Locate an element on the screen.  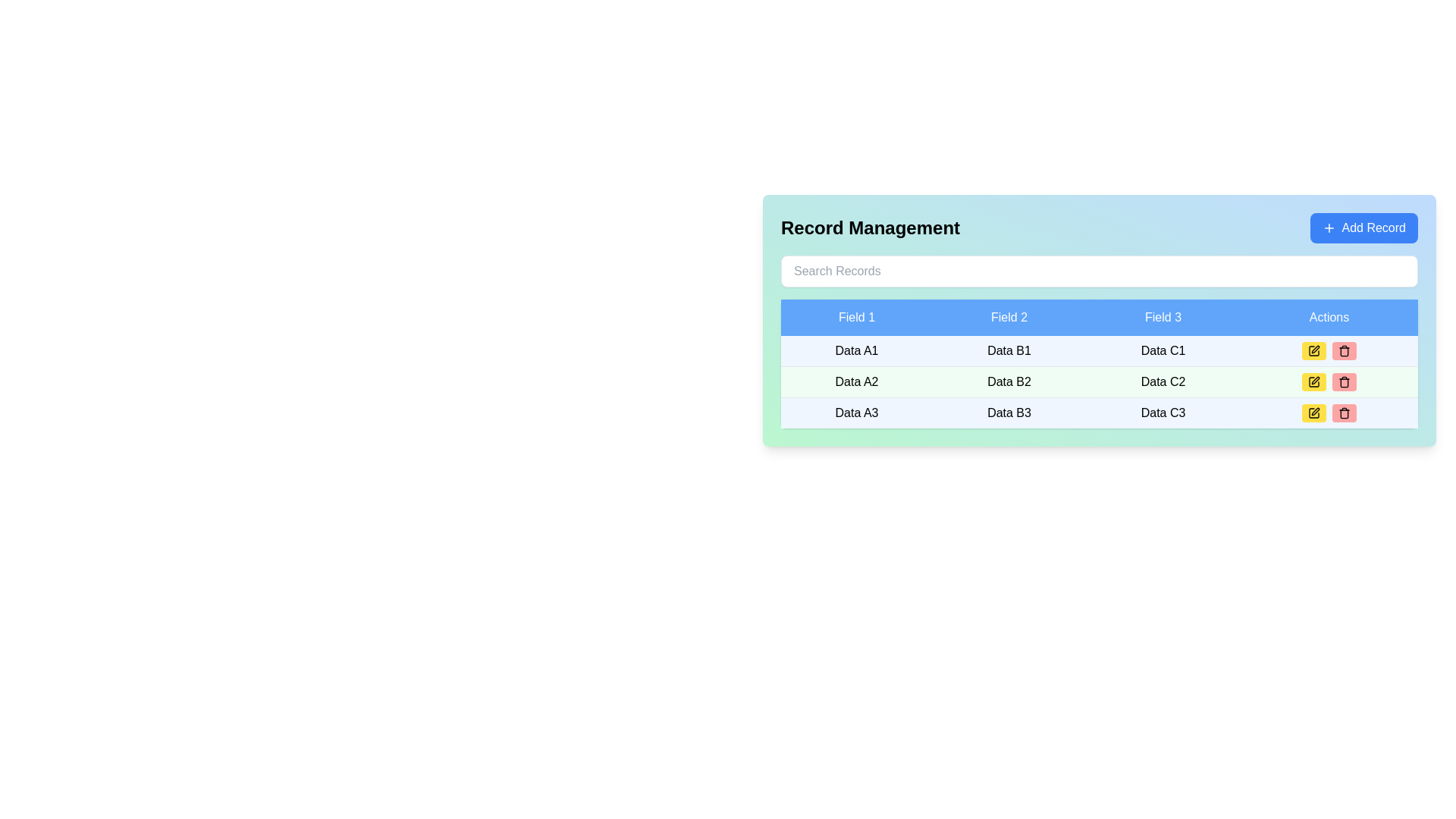
the Text Label in the second column of the second row of the striped table layout, located between 'Data A2' and 'Data C2' is located at coordinates (1009, 381).